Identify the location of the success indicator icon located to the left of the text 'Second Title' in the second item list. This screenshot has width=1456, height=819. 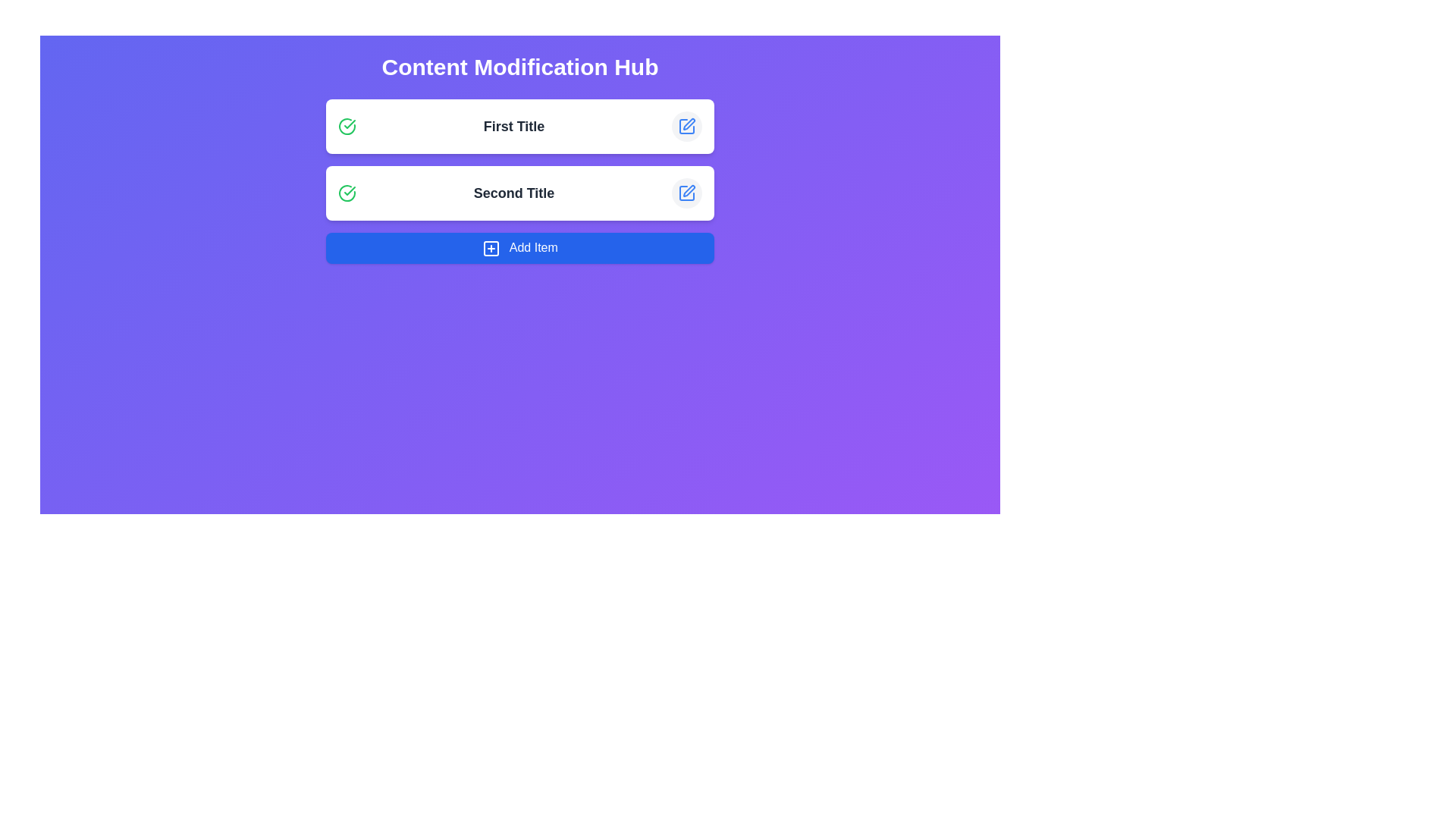
(346, 125).